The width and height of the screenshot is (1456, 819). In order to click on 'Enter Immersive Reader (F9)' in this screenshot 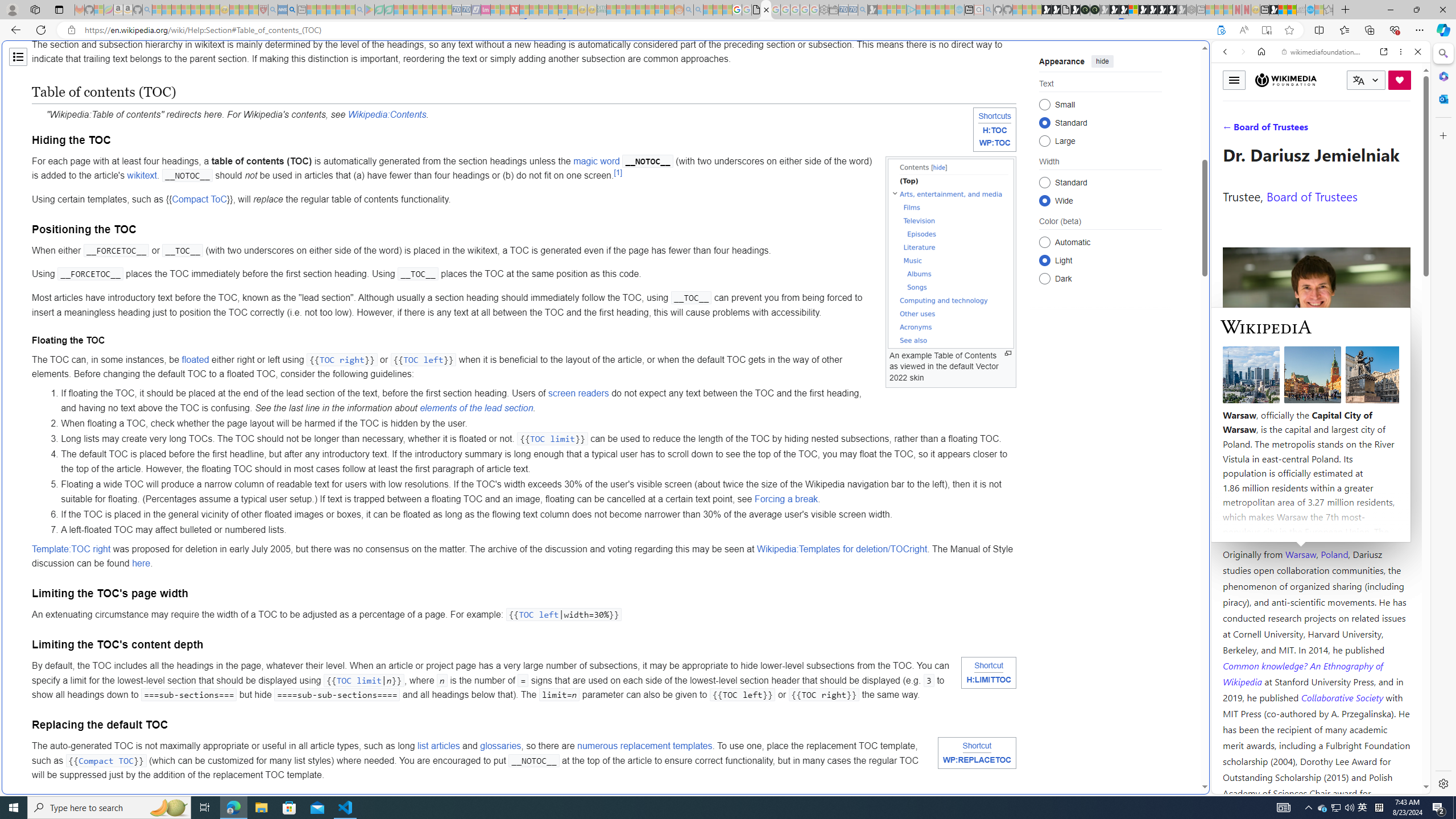, I will do `click(1266, 30)`.